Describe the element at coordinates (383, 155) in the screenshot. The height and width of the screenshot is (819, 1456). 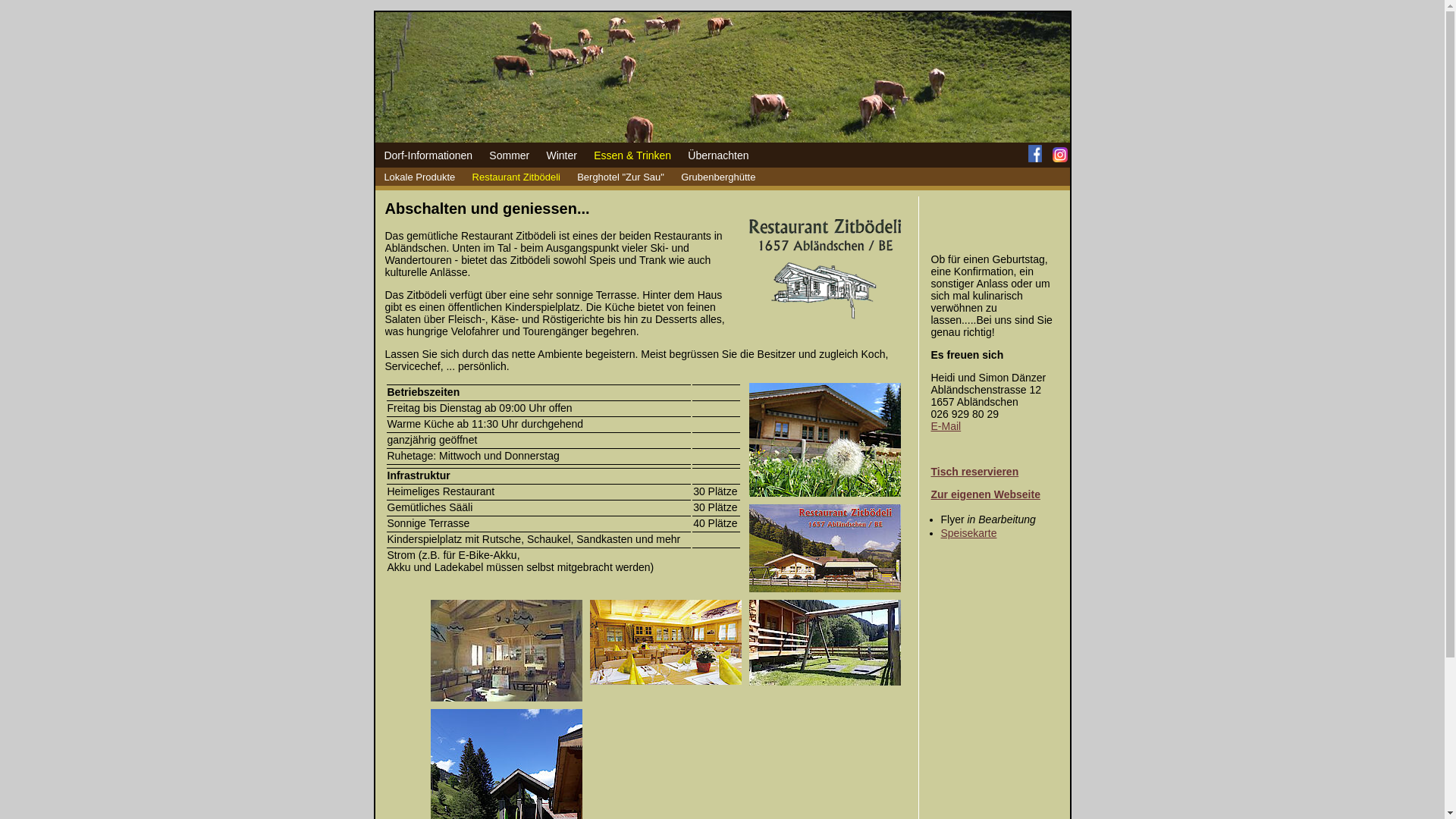
I see `'Dorf-Informationen'` at that location.